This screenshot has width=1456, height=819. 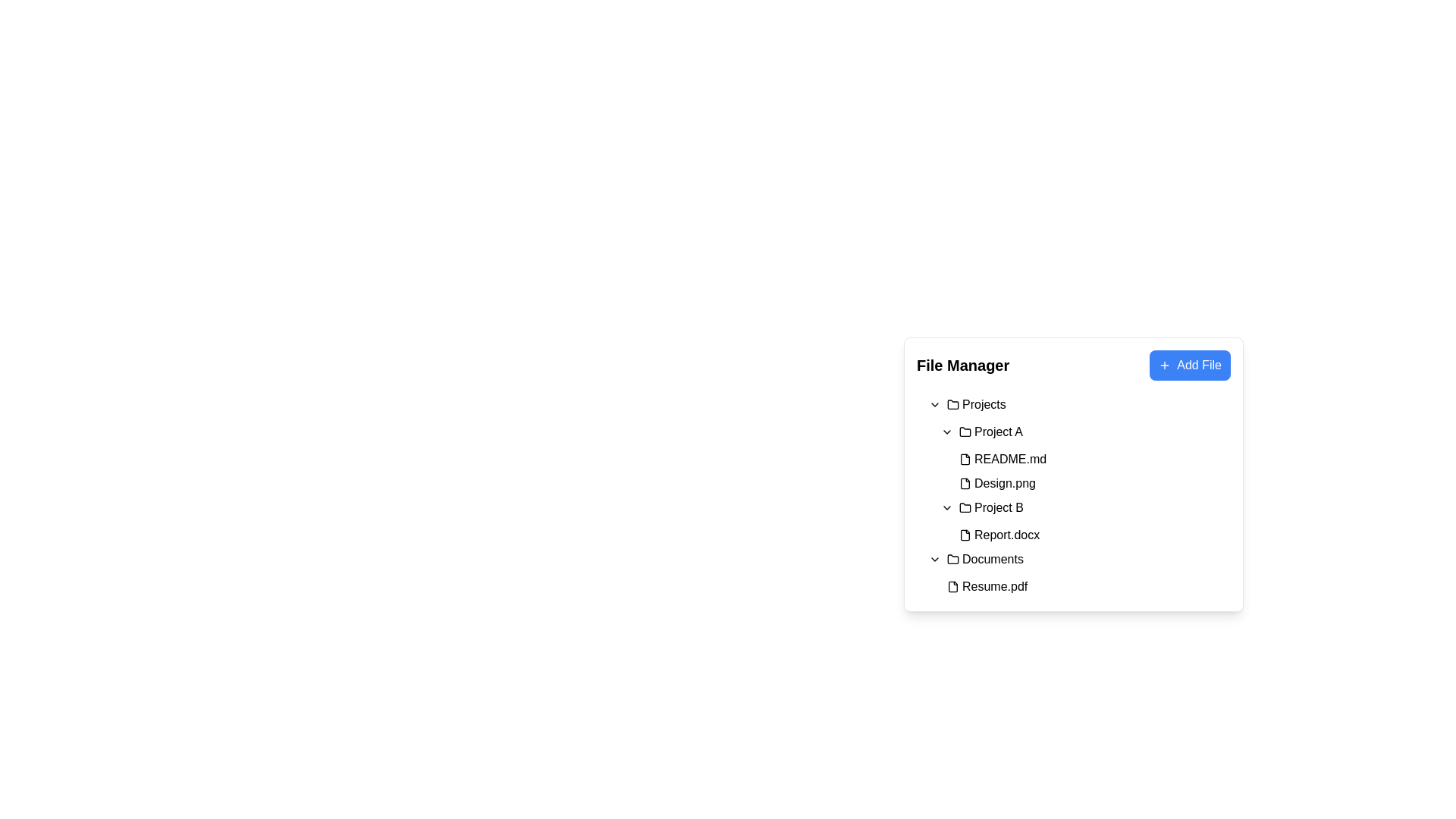 I want to click on the text label 'Report.docx', so click(x=1007, y=534).